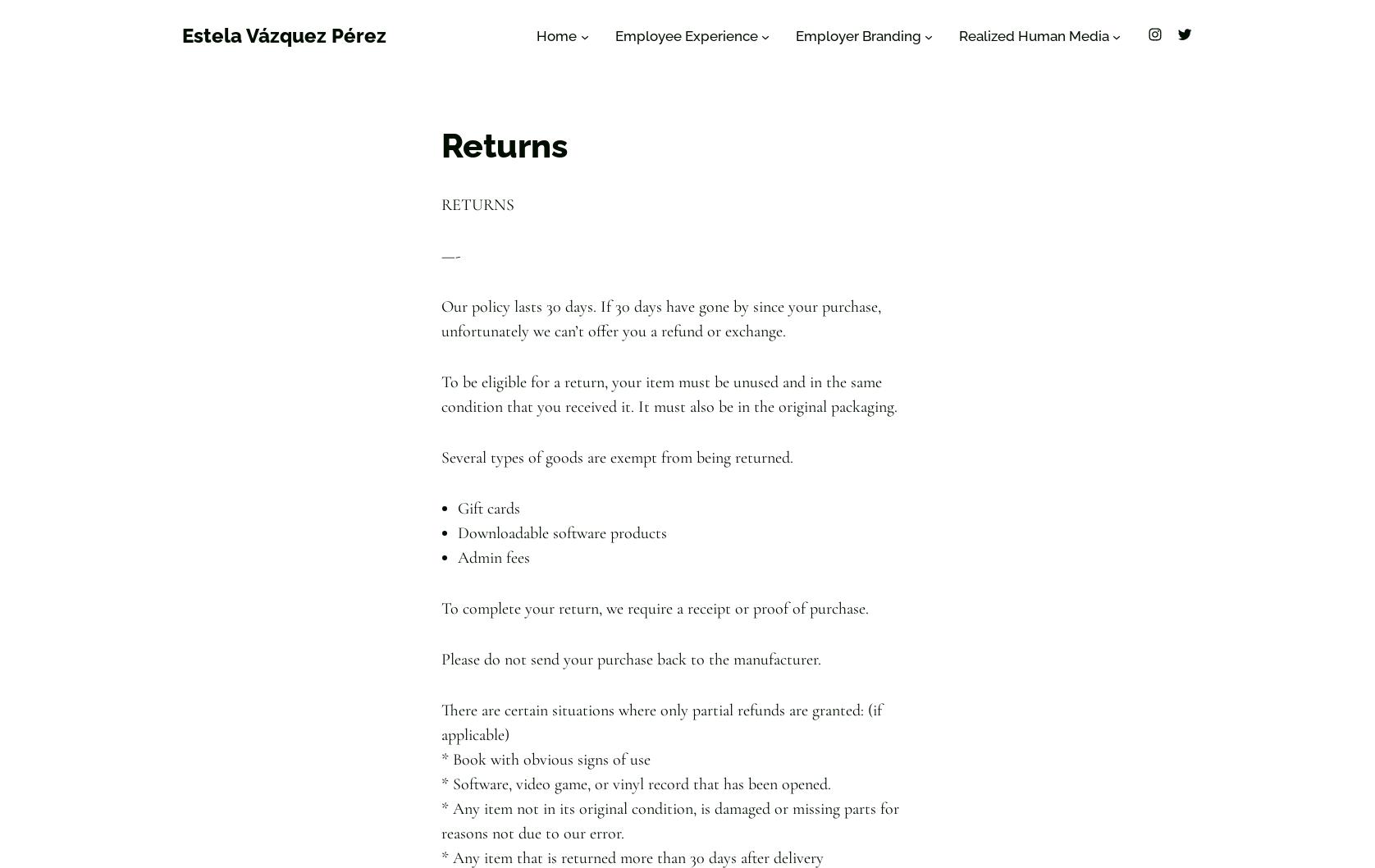  Describe the element at coordinates (616, 457) in the screenshot. I see `'Several types of goods are exempt from being returned.'` at that location.